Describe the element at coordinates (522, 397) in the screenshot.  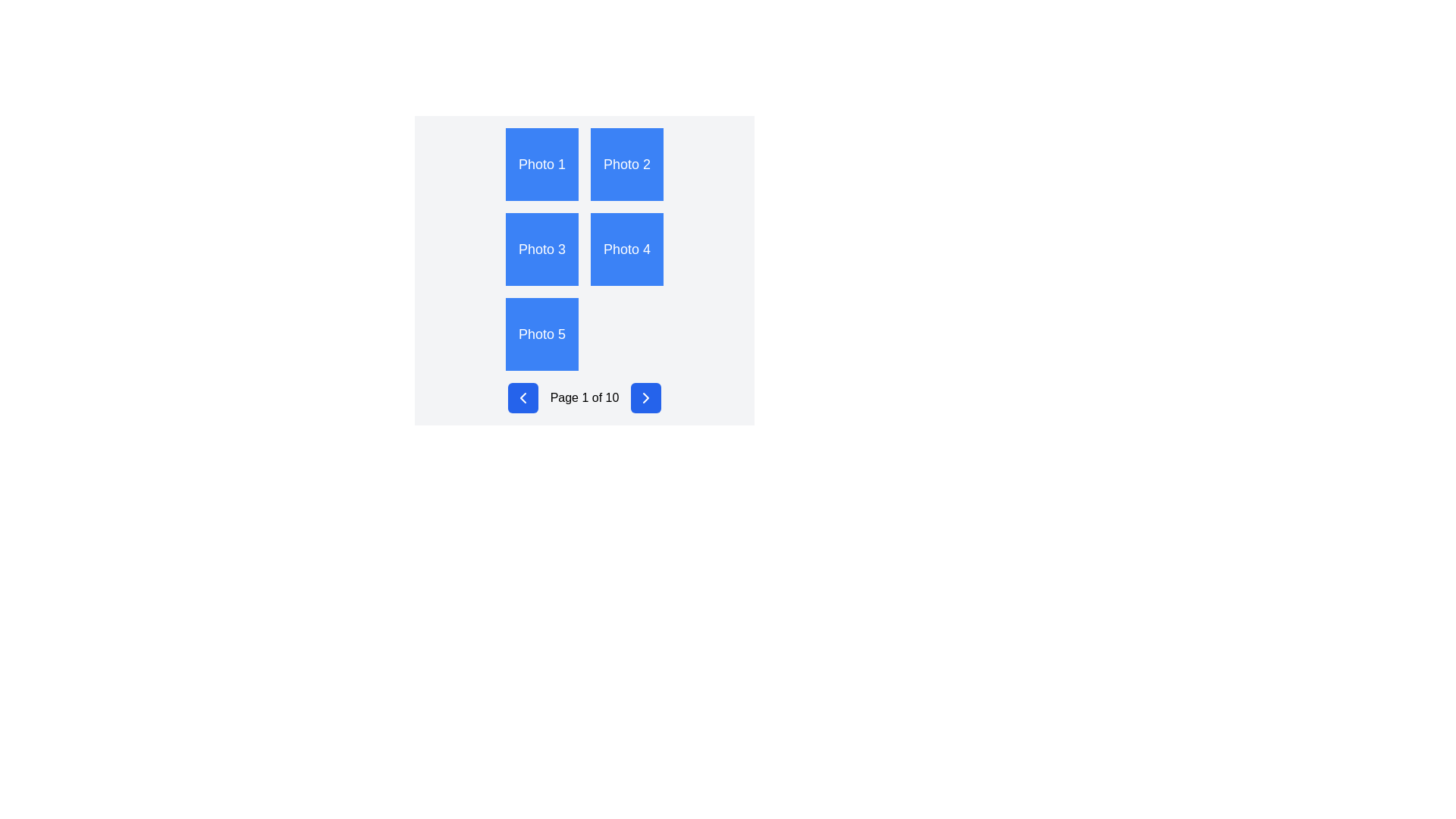
I see `the blue square button with a leftward-pointing white chevron icon located at the bottom-left of the pagination section` at that location.